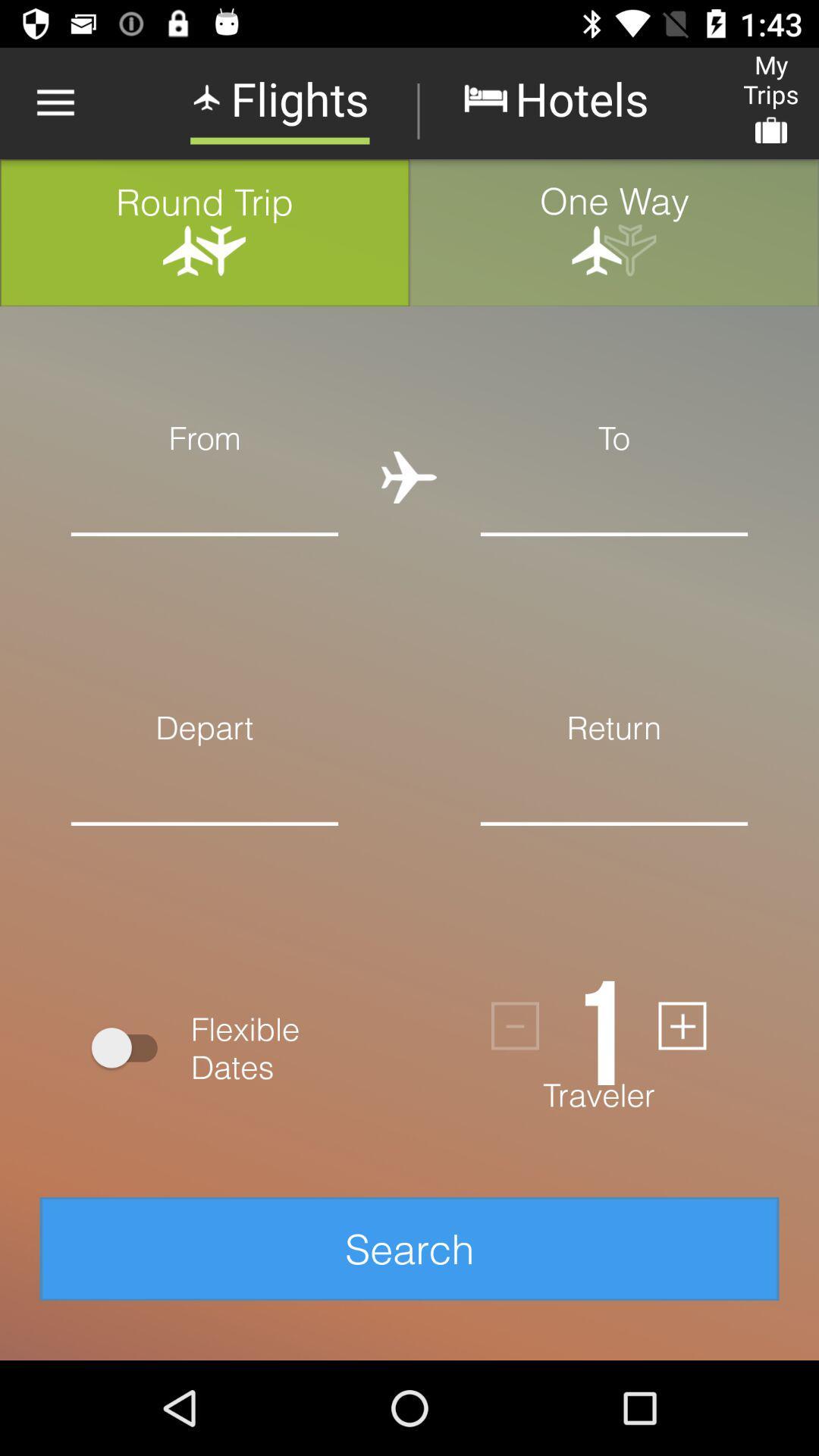 This screenshot has height=1456, width=819. What do you see at coordinates (614, 846) in the screenshot?
I see `return date field` at bounding box center [614, 846].